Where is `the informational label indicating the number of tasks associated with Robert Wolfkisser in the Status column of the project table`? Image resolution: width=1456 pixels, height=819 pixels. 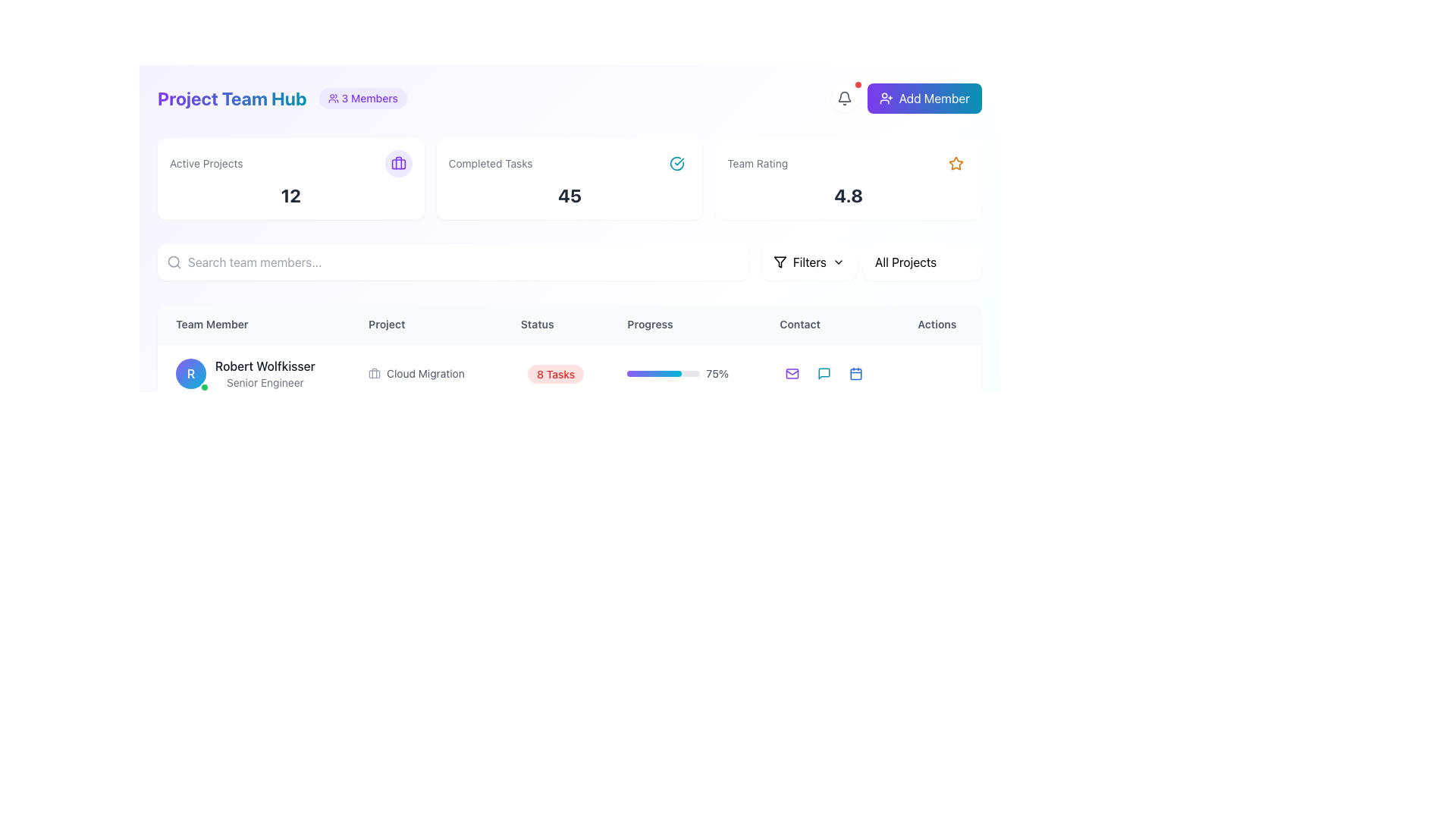
the informational label indicating the number of tasks associated with Robert Wolfkisser in the Status column of the project table is located at coordinates (555, 373).